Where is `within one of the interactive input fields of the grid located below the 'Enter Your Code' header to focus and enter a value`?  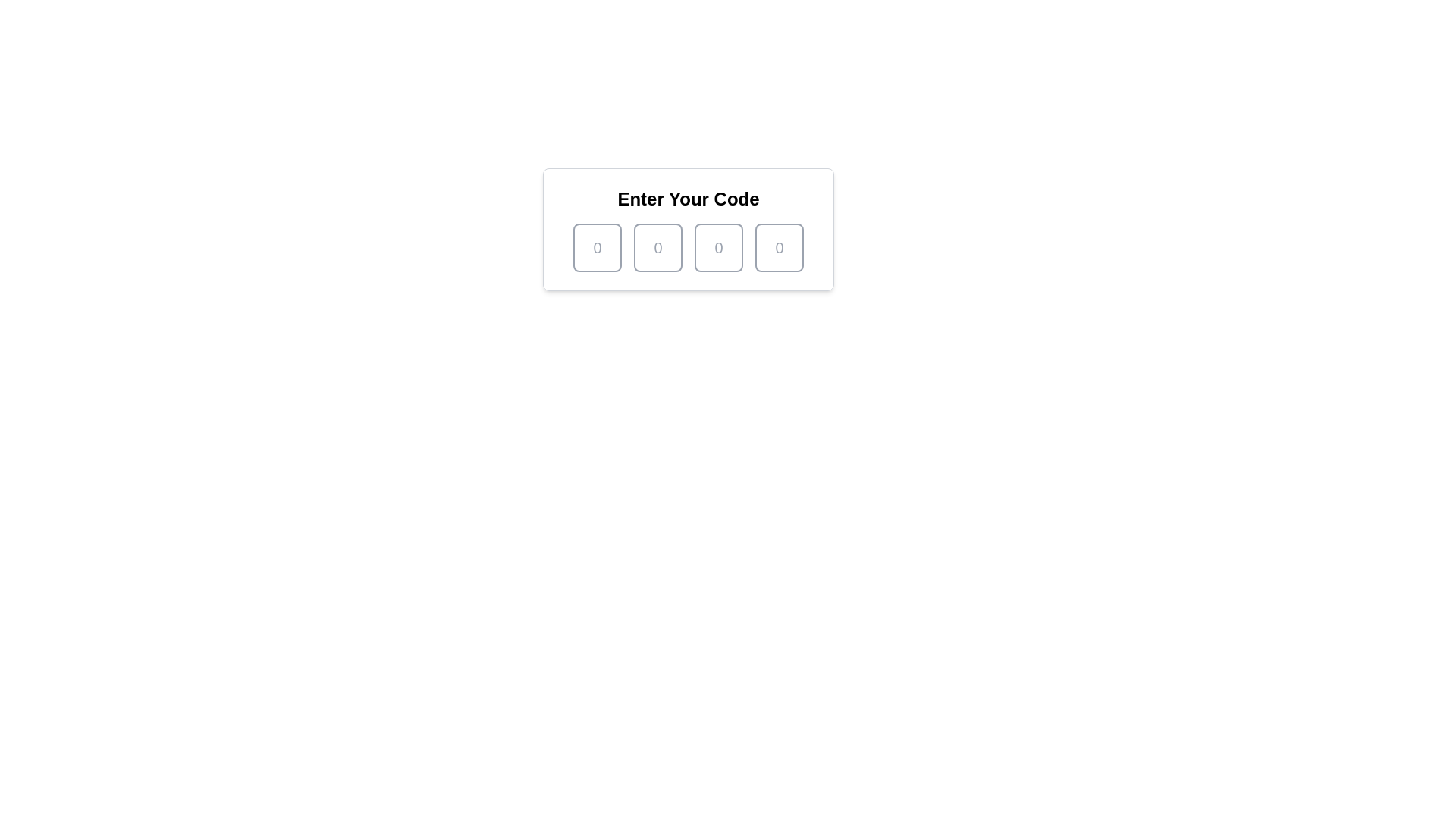
within one of the interactive input fields of the grid located below the 'Enter Your Code' header to focus and enter a value is located at coordinates (687, 247).